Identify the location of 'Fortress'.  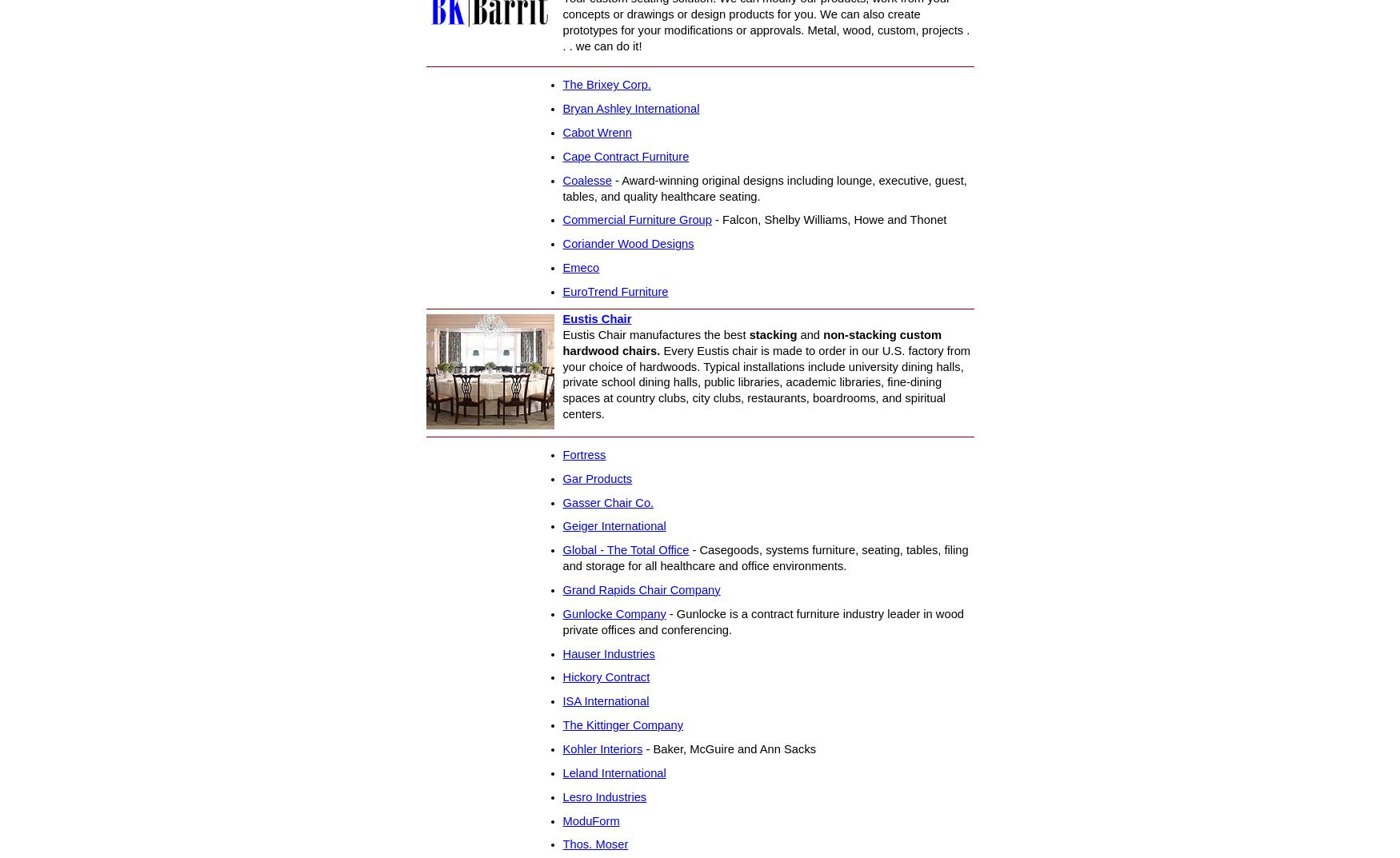
(562, 454).